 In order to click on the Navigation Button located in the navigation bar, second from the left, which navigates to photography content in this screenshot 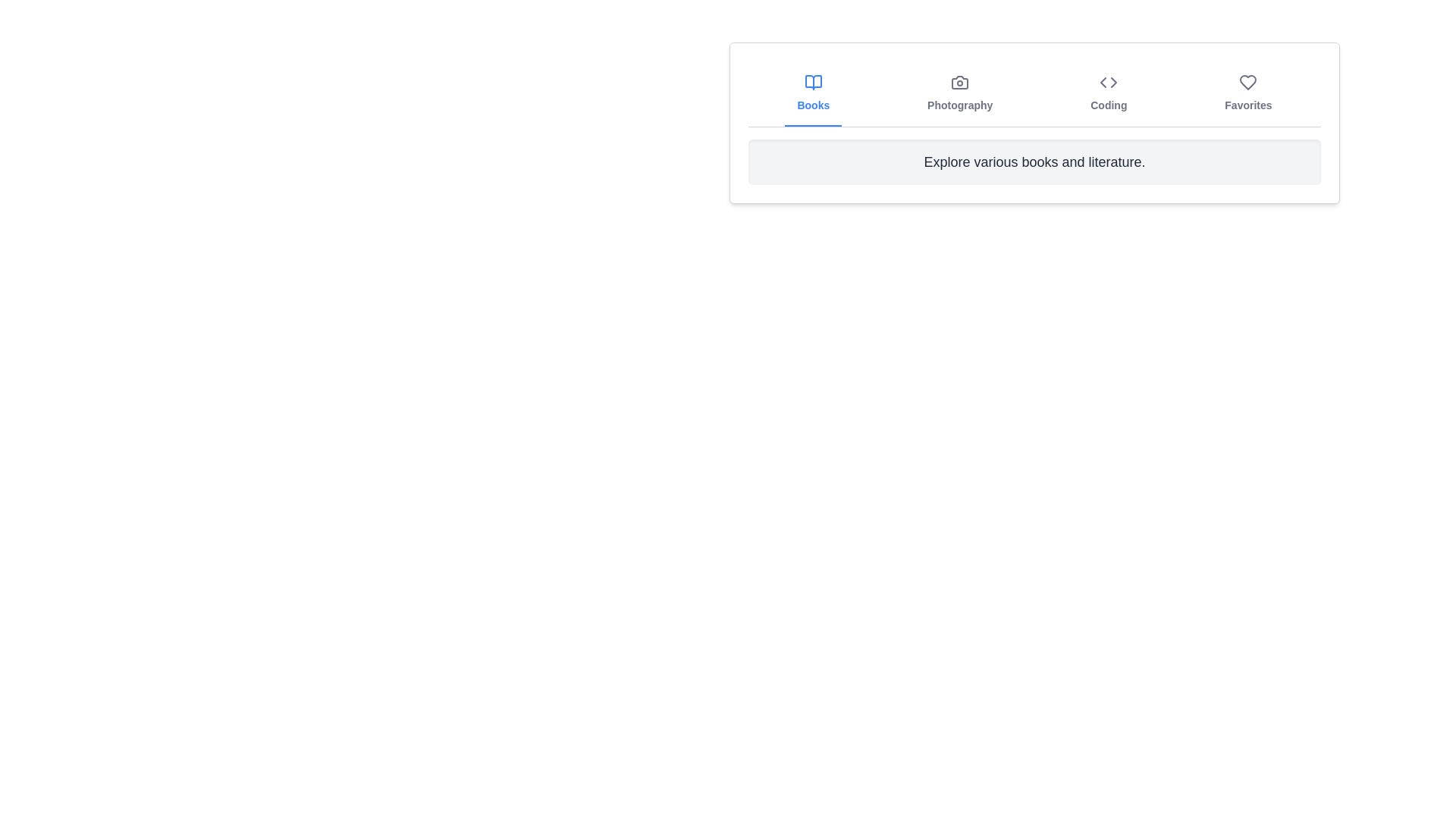, I will do `click(959, 93)`.